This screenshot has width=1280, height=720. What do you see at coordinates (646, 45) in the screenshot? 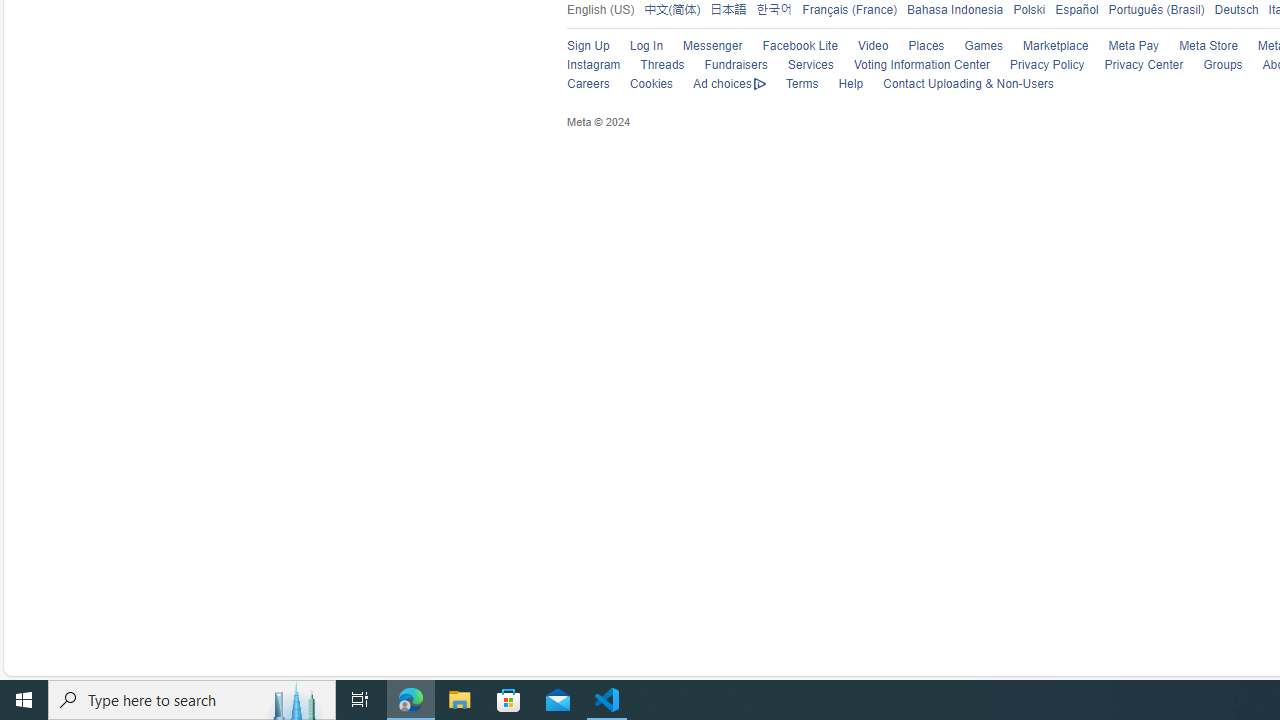
I see `'Log In'` at bounding box center [646, 45].